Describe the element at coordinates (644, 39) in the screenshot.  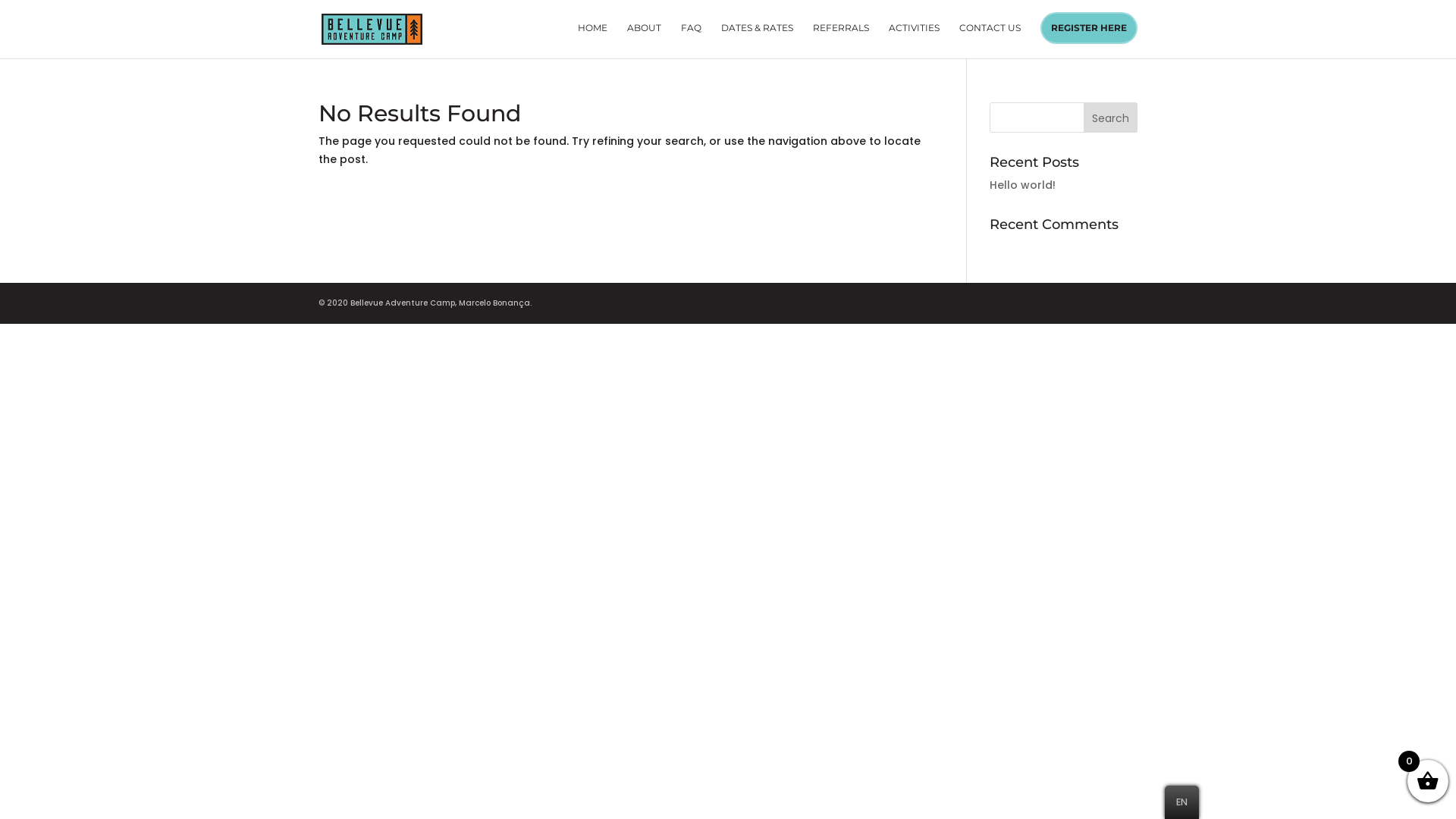
I see `'ABOUT'` at that location.